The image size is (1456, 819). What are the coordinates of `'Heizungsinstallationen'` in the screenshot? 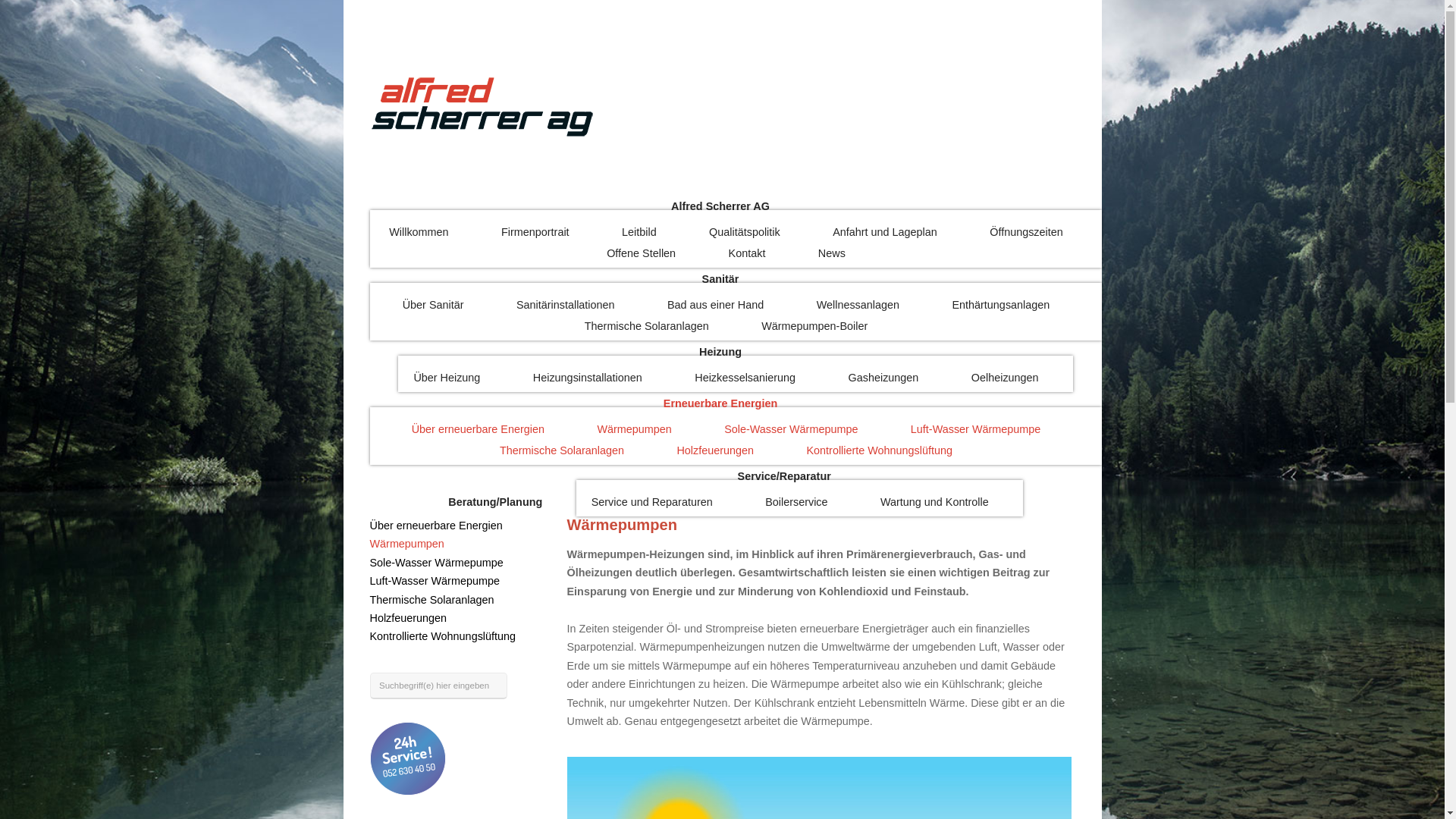 It's located at (586, 380).